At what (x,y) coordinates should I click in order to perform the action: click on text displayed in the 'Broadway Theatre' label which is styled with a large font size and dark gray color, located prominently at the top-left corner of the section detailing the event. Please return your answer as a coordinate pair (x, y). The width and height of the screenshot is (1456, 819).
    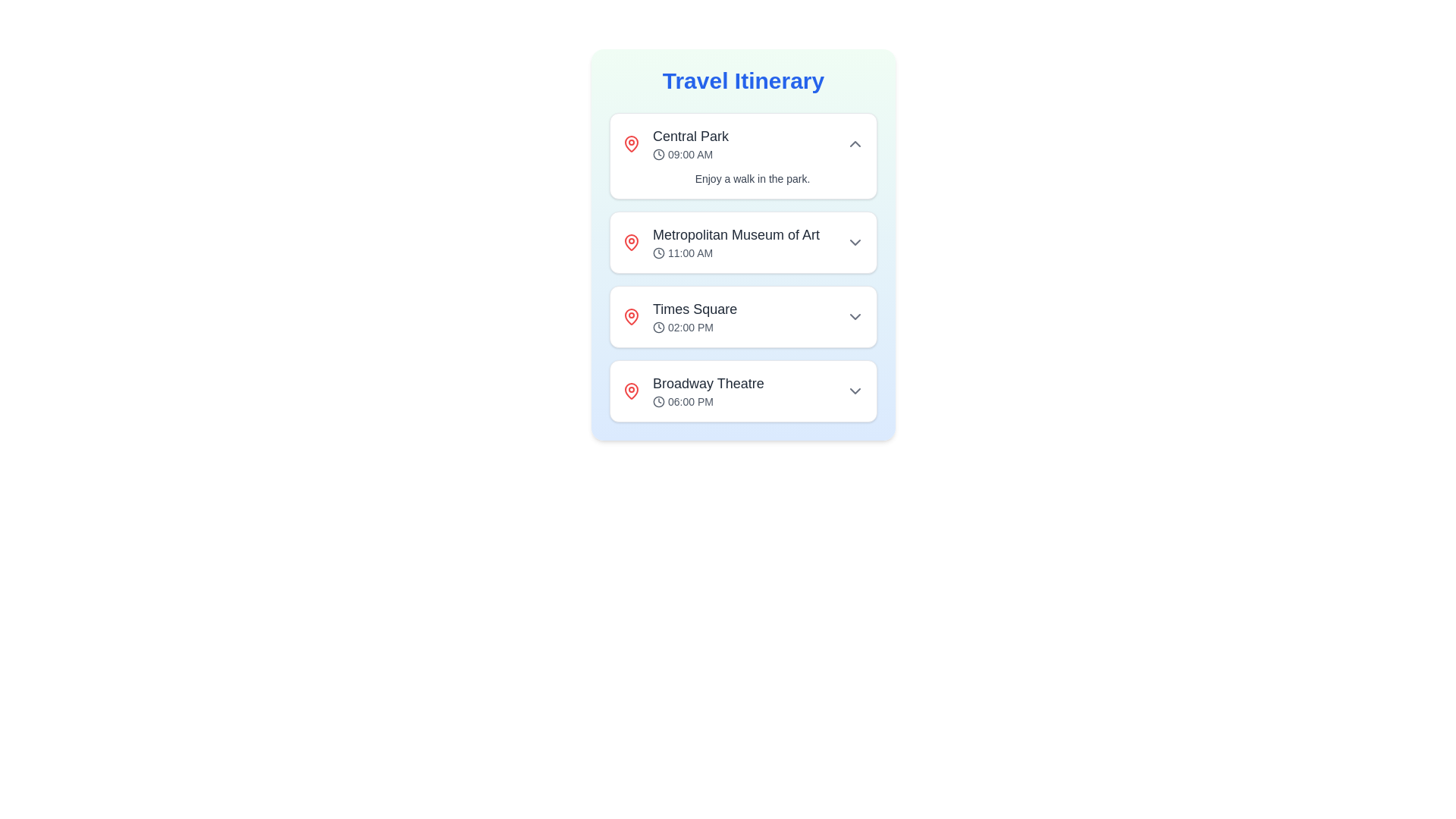
    Looking at the image, I should click on (708, 382).